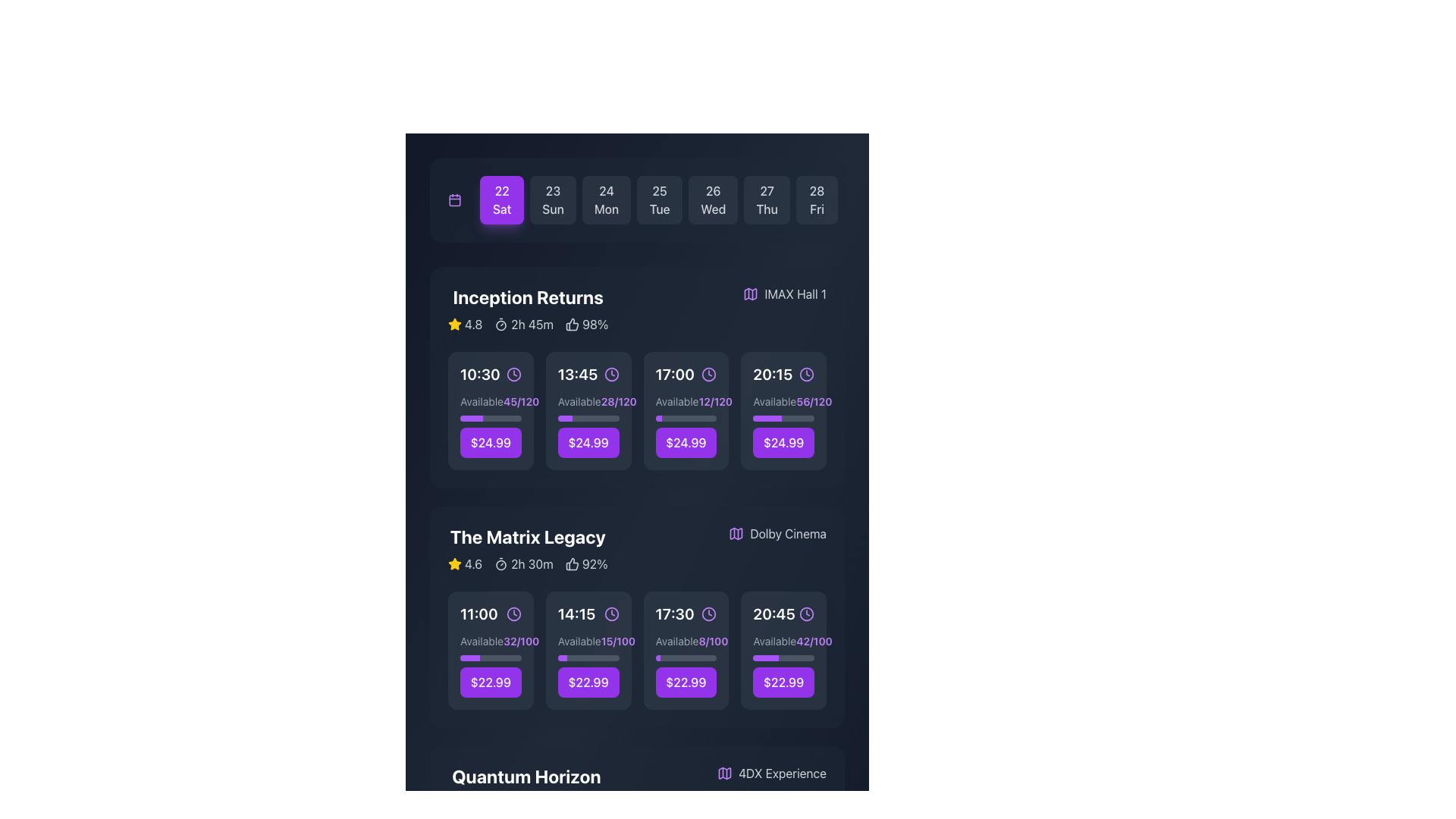  Describe the element at coordinates (491, 426) in the screenshot. I see `the composite UI component displaying the 10:30 movie showtime for 'Inception Returns'` at that location.